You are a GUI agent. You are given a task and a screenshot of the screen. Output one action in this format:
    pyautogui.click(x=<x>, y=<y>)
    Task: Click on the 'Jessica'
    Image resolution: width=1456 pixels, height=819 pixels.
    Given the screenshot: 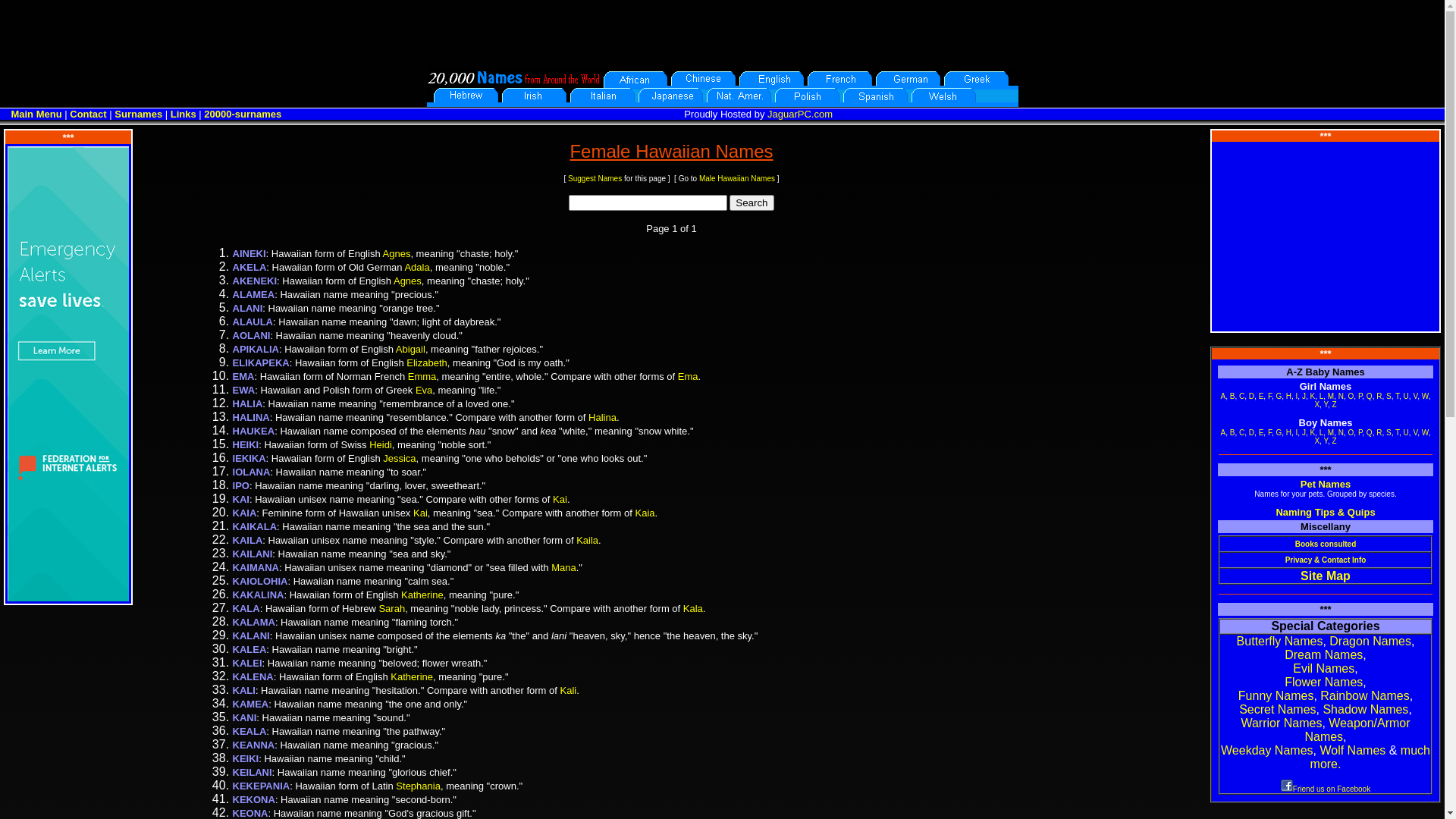 What is the action you would take?
    pyautogui.click(x=399, y=457)
    